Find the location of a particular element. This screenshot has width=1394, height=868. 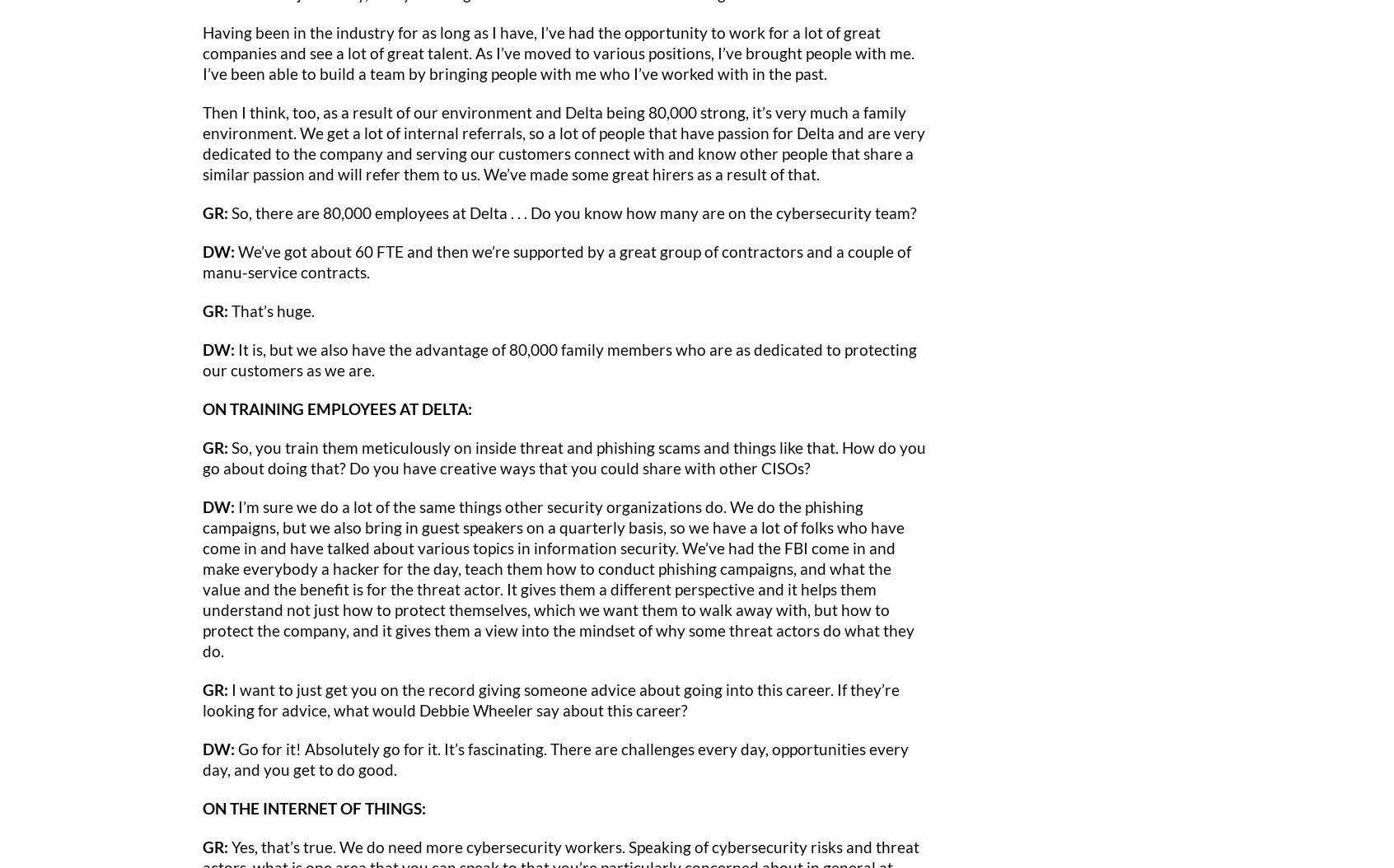

'So, you train them meticulously on inside threat and phishing scams and things like that. How do you go about doing that? Do you have creative ways that you could share with other CISOs?' is located at coordinates (564, 457).